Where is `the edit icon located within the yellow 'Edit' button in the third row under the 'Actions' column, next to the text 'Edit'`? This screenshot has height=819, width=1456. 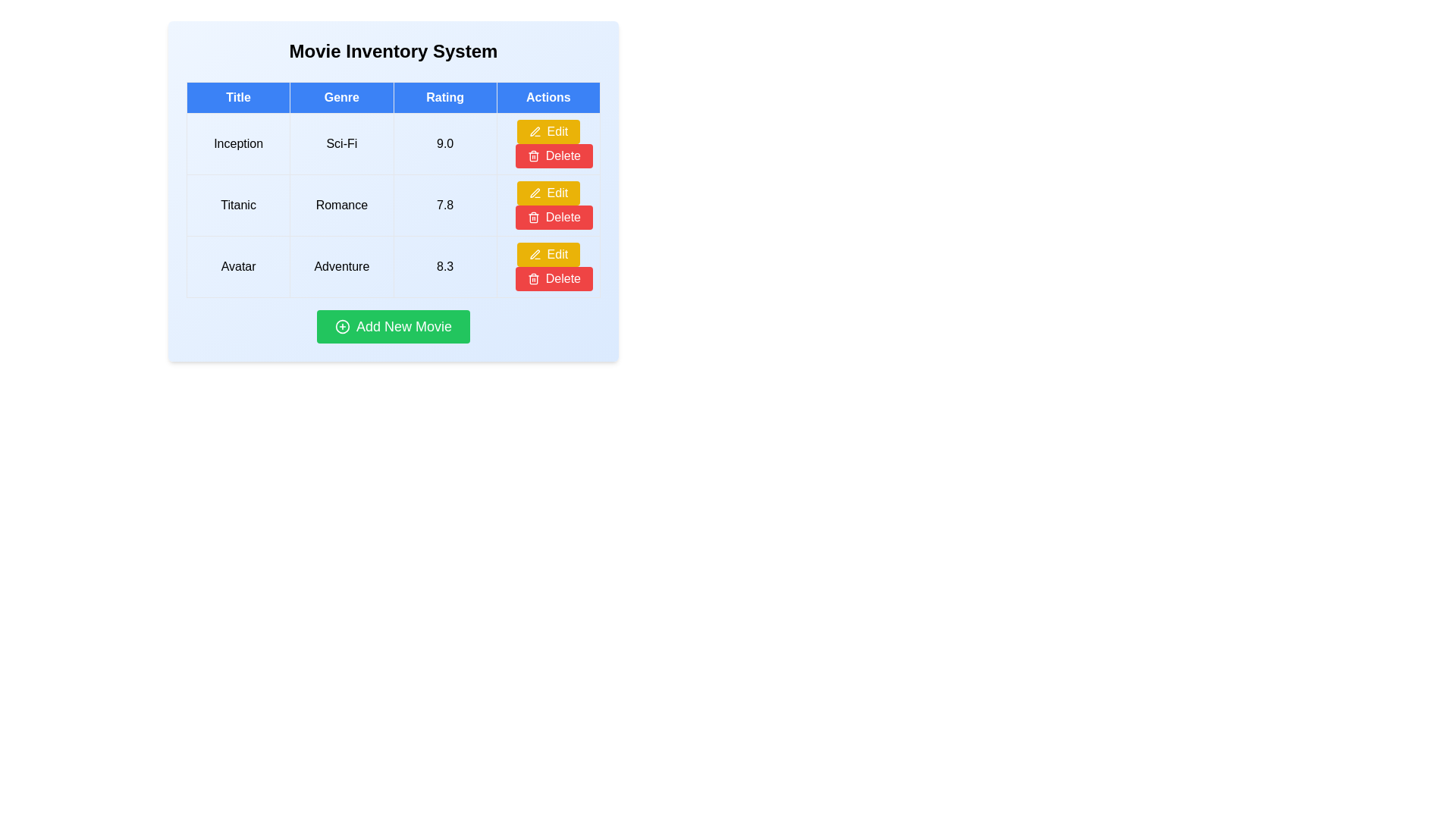
the edit icon located within the yellow 'Edit' button in the third row under the 'Actions' column, next to the text 'Edit' is located at coordinates (535, 253).